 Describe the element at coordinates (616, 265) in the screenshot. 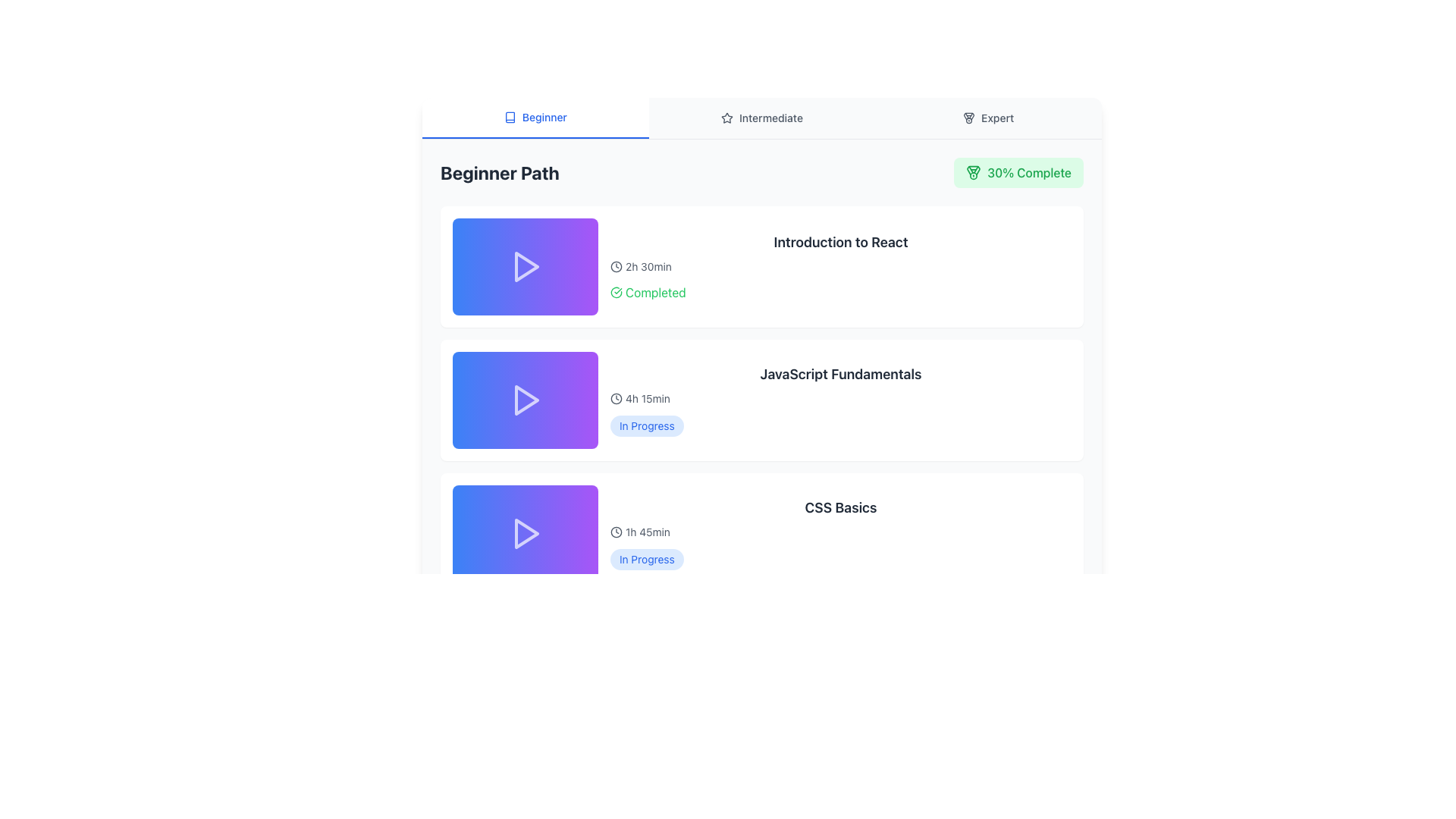

I see `the circular vector graphic of the clock icon that is part of the first course's time duration indication` at that location.